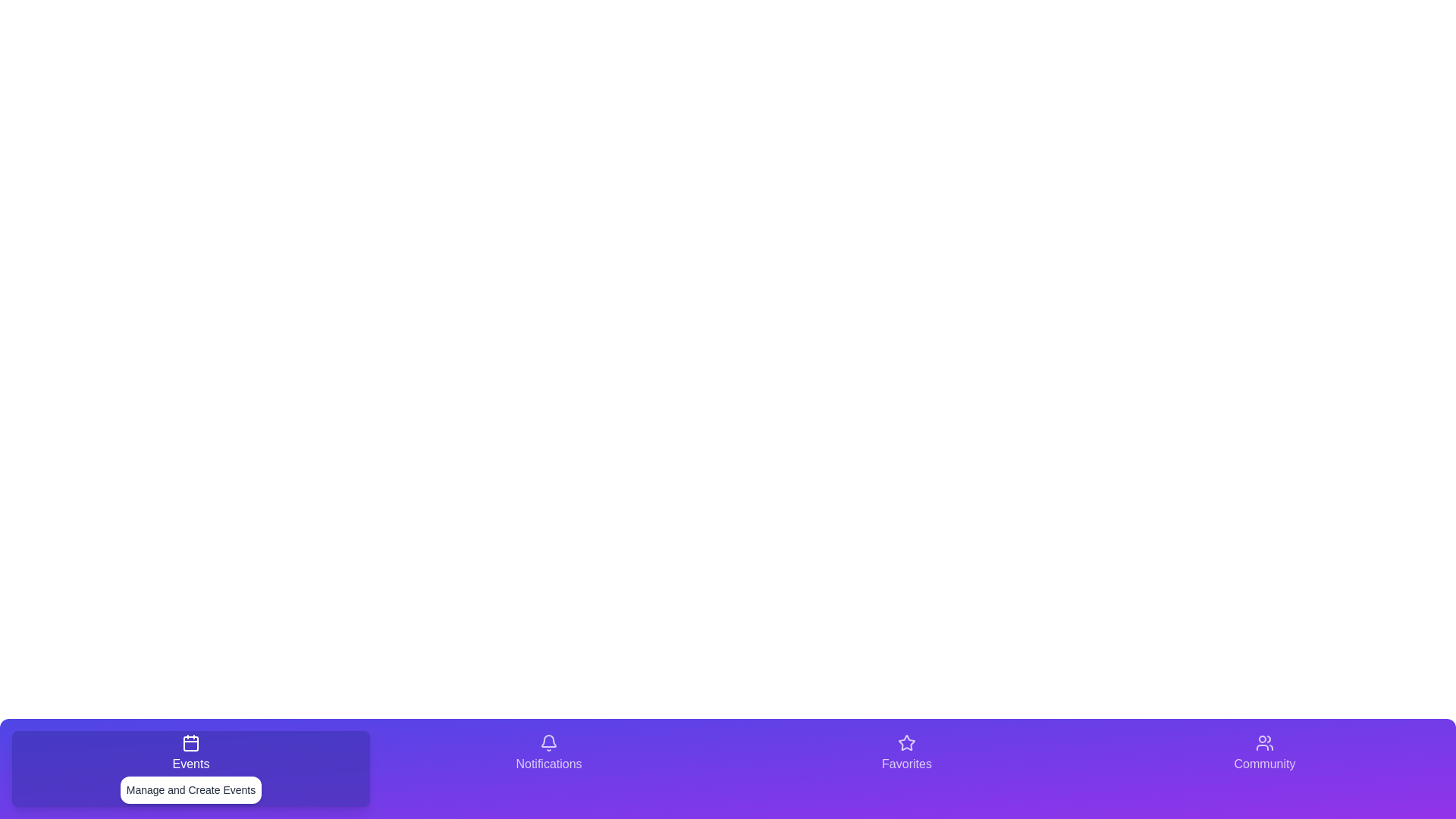 This screenshot has height=819, width=1456. Describe the element at coordinates (906, 769) in the screenshot. I see `the tab corresponding to Favorites` at that location.